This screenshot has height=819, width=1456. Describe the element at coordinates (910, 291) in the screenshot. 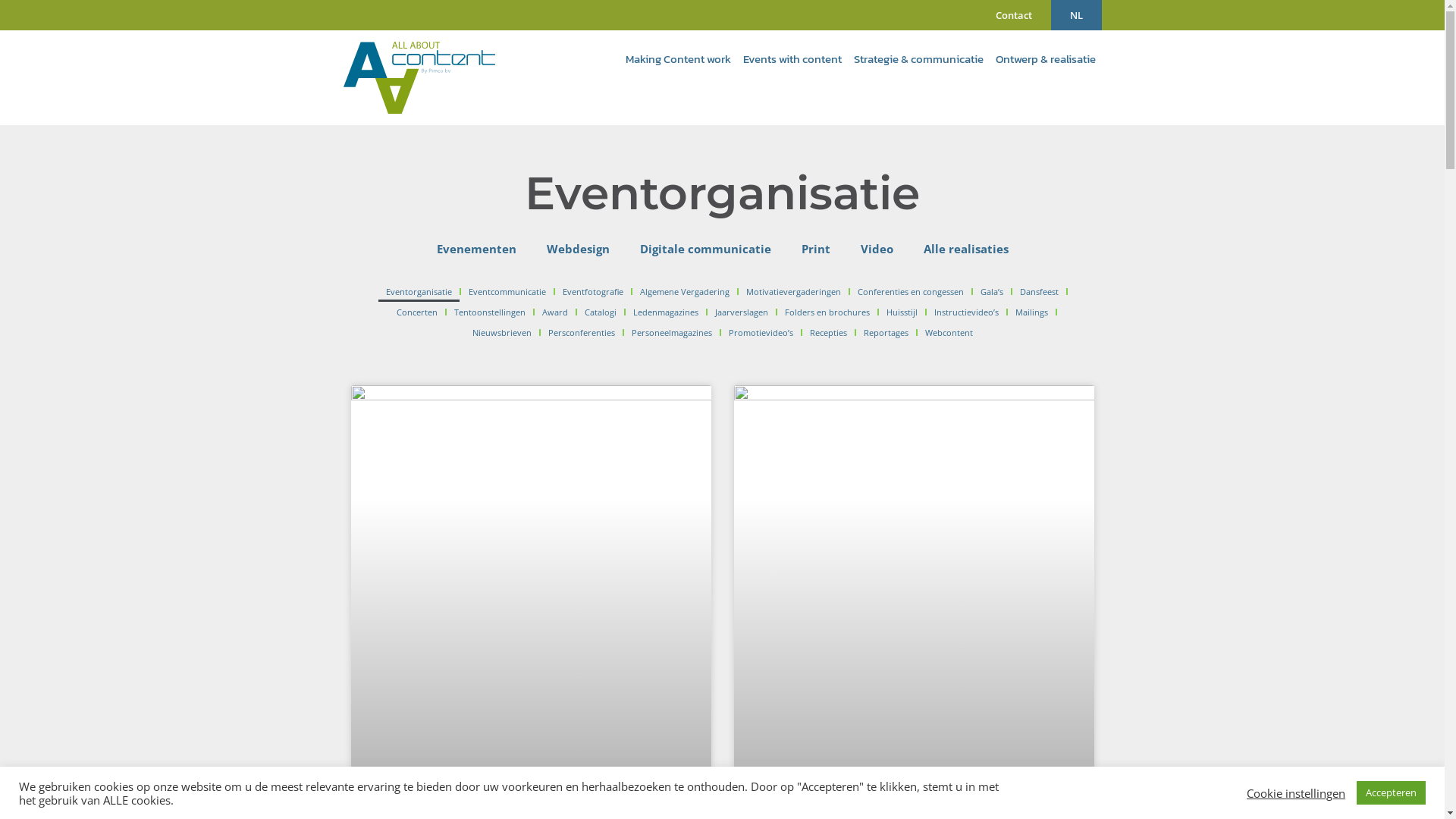

I see `'Conferenties en congessen'` at that location.